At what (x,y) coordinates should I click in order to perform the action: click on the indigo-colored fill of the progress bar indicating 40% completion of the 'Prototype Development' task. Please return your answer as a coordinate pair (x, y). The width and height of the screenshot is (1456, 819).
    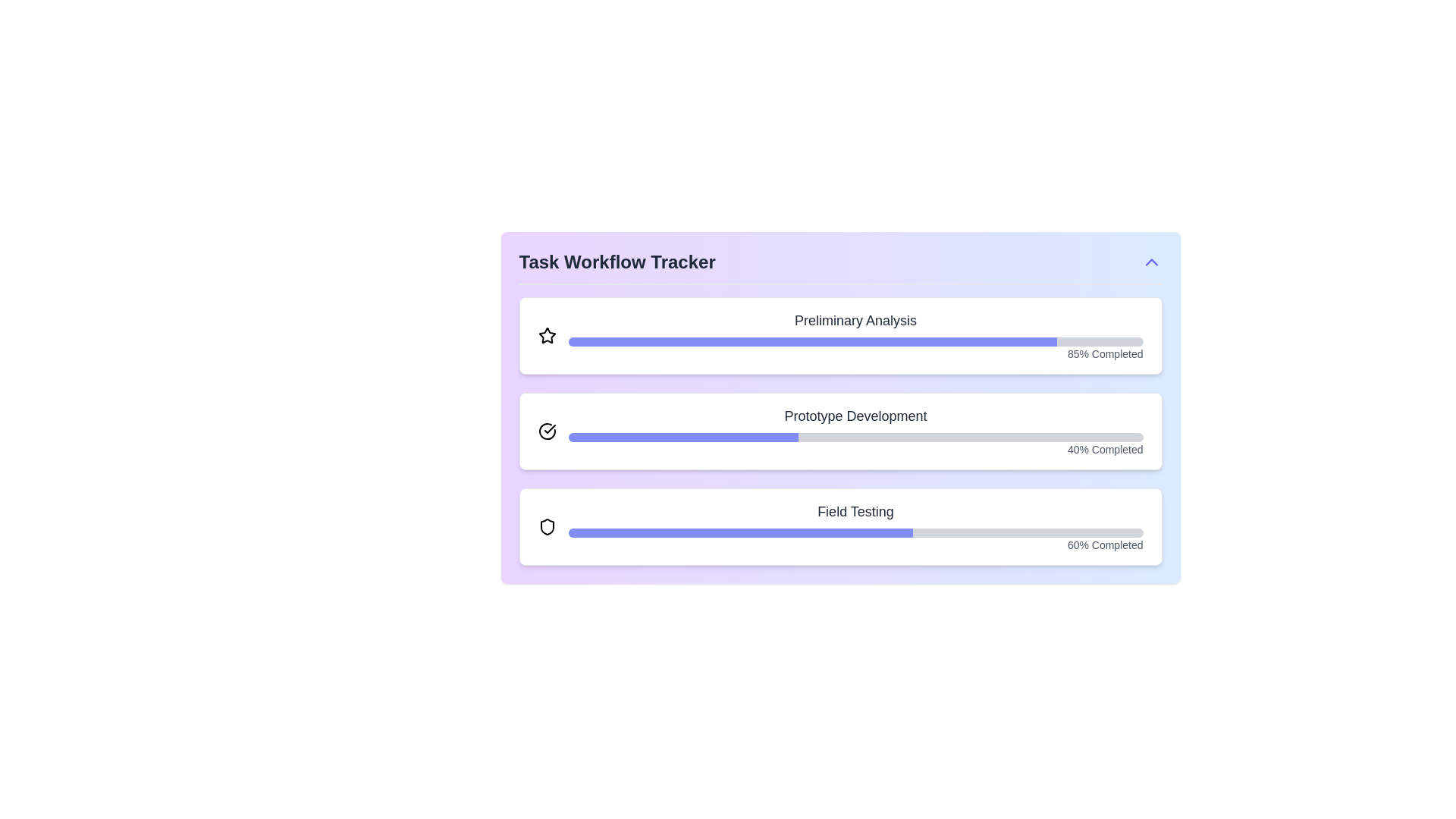
    Looking at the image, I should click on (682, 438).